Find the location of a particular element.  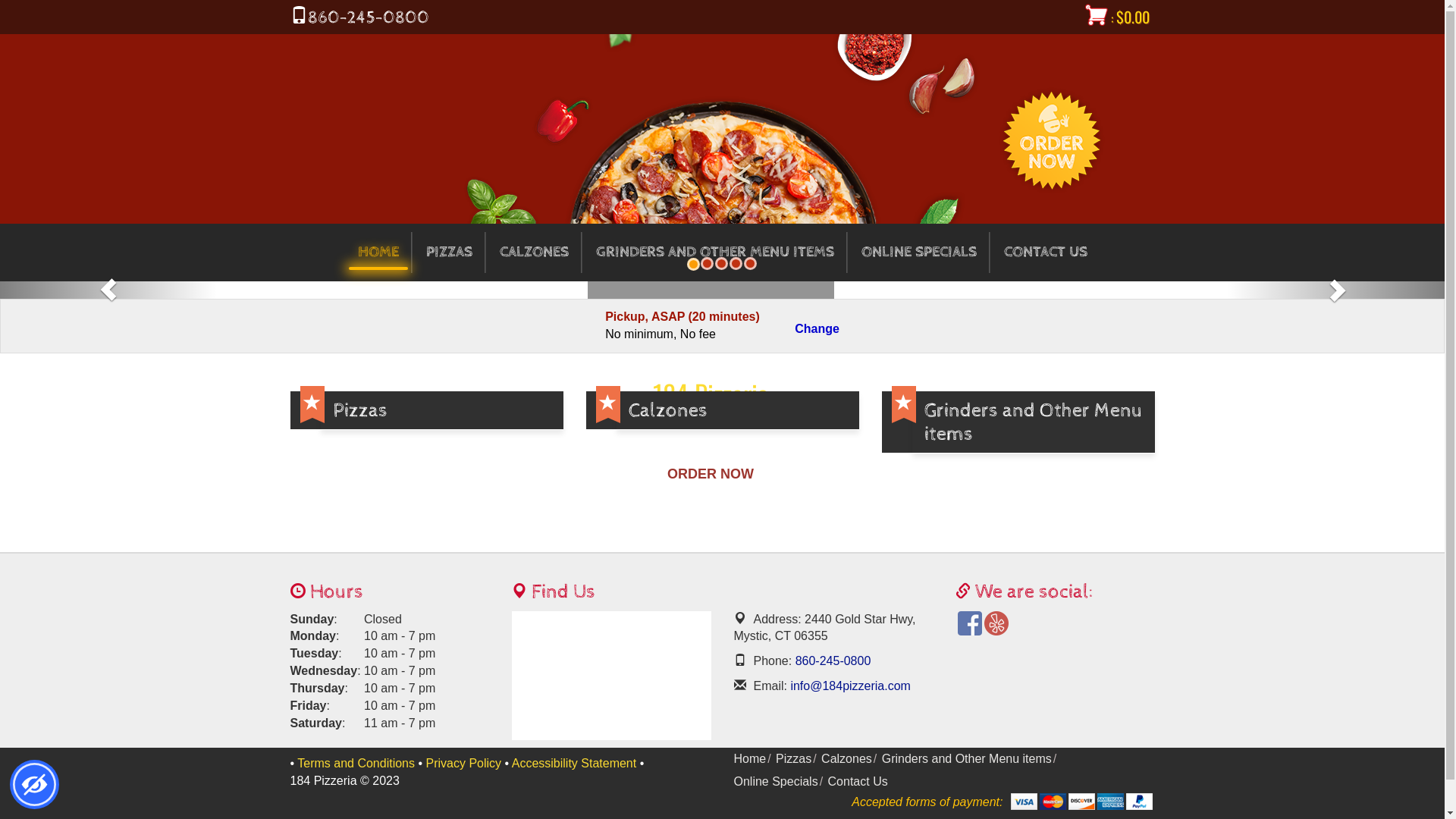

'ONLINE SPECIALS' is located at coordinates (918, 251).